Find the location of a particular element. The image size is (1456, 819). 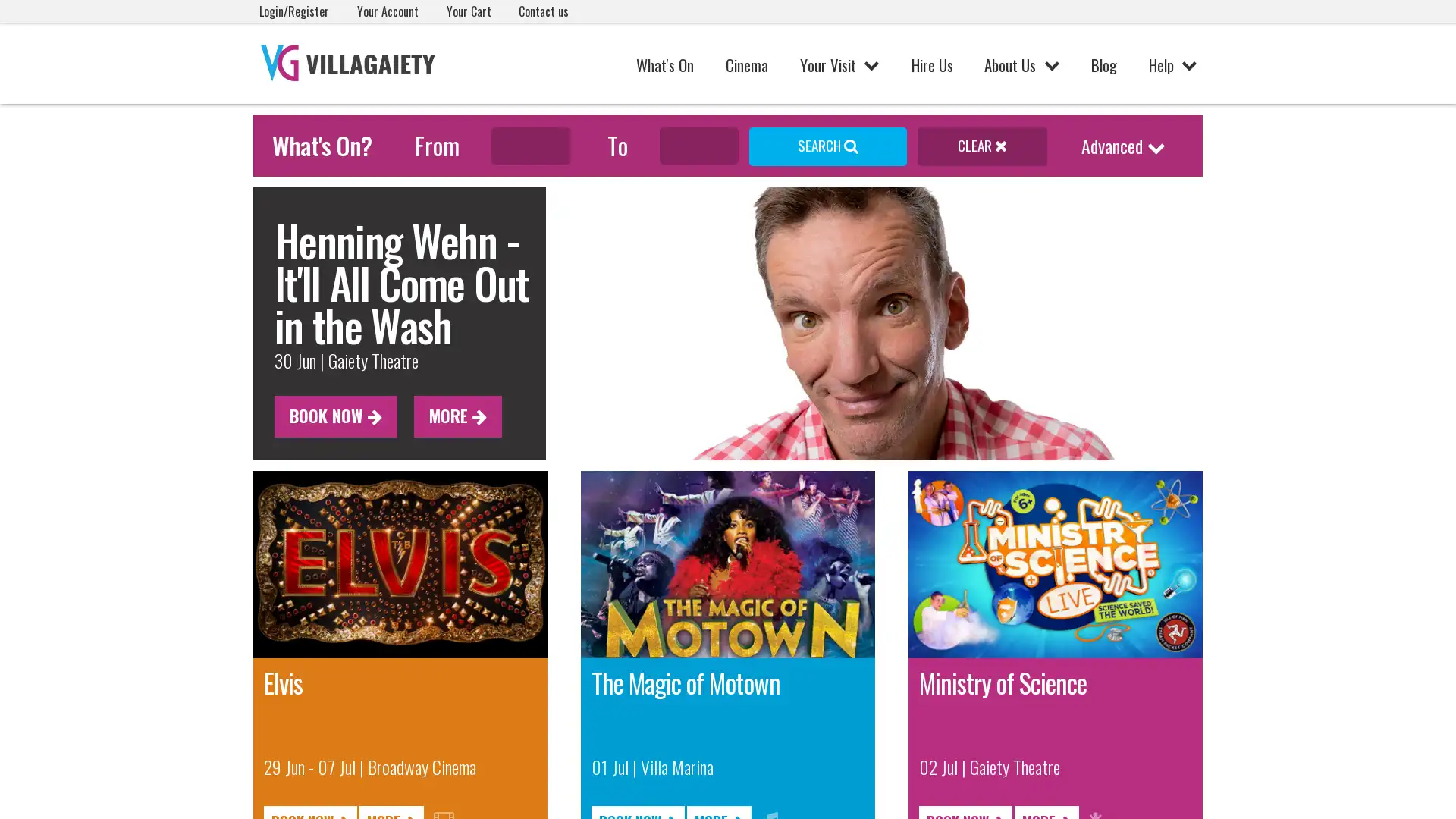

Your Visit is located at coordinates (838, 64).